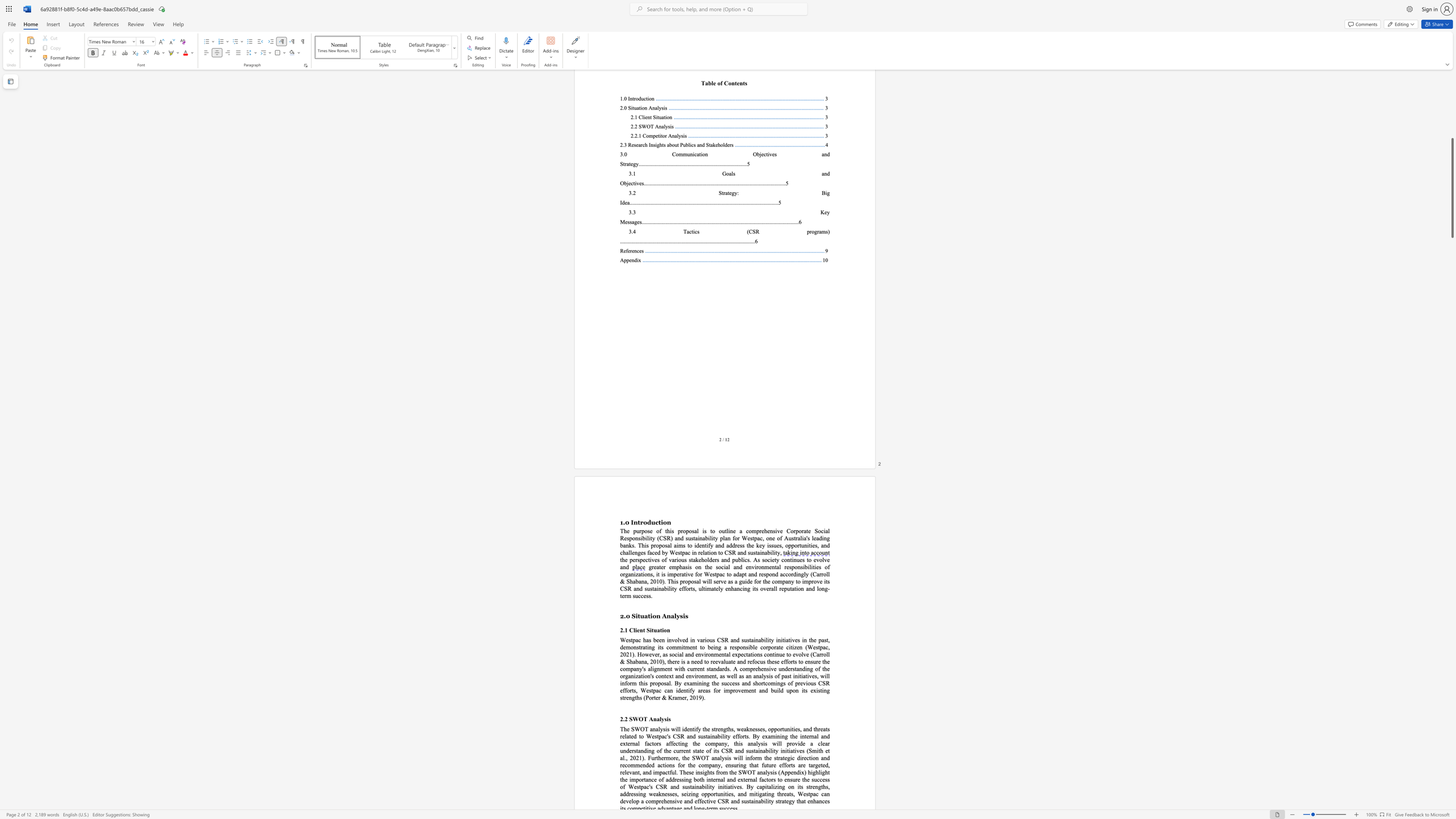  Describe the element at coordinates (648, 640) in the screenshot. I see `the subset text "s be" within the text "Westpac has been involved in various CSR and sustainability initiatives in the past,"` at that location.